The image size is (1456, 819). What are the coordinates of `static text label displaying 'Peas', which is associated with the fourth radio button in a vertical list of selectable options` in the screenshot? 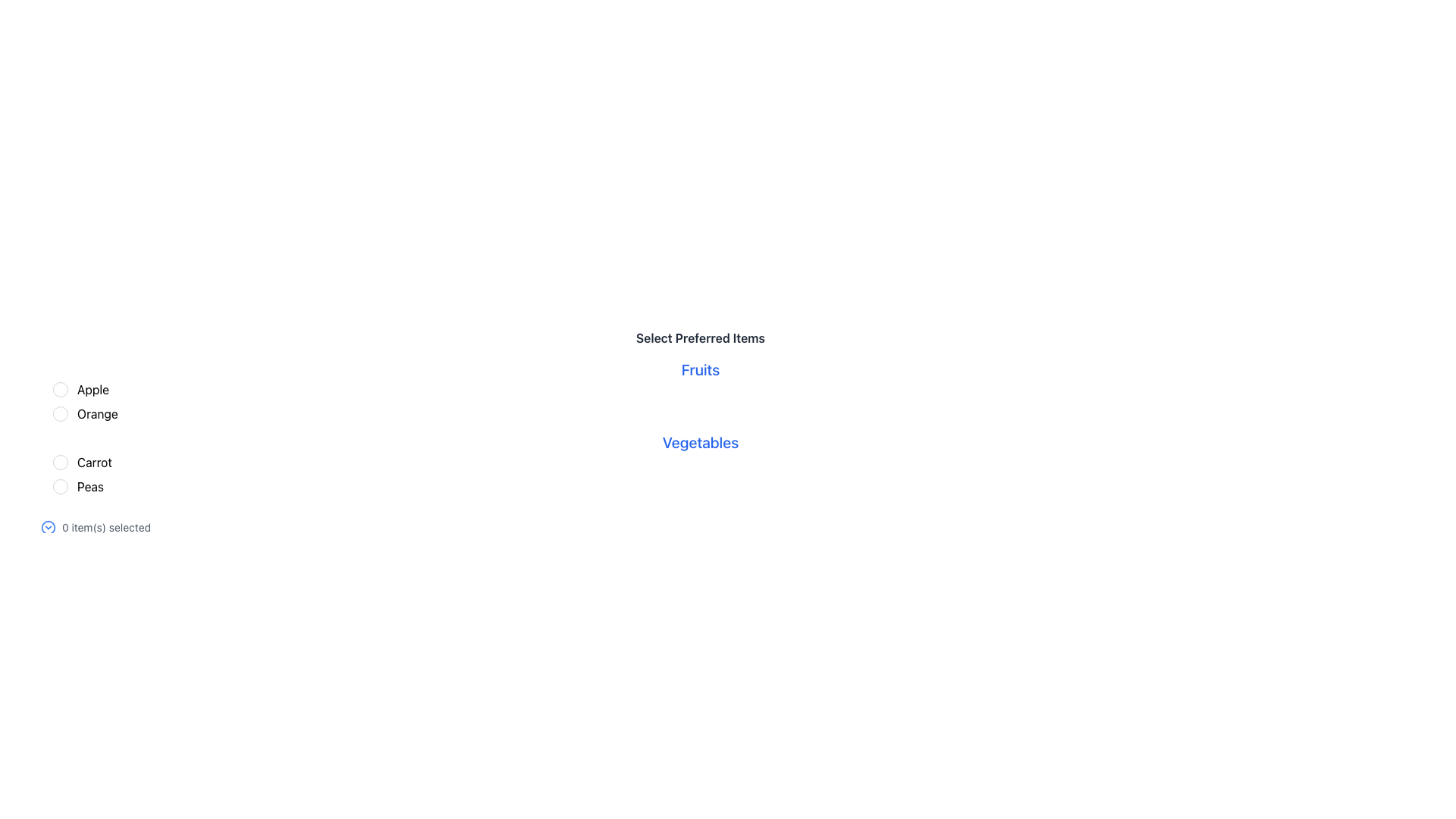 It's located at (89, 486).